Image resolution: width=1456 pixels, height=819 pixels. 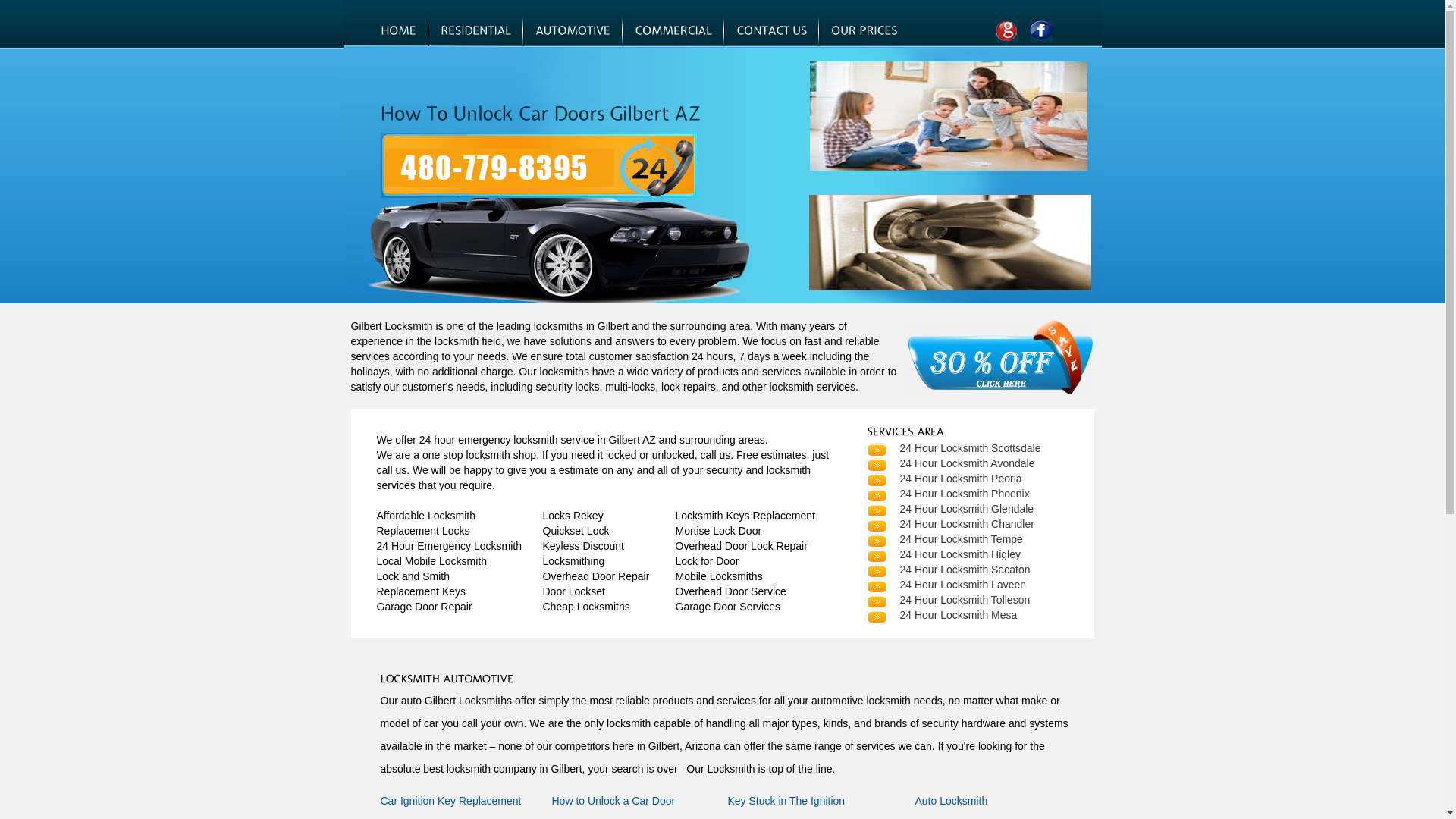 I want to click on '24 Hour Locksmith Tempe', so click(x=942, y=538).